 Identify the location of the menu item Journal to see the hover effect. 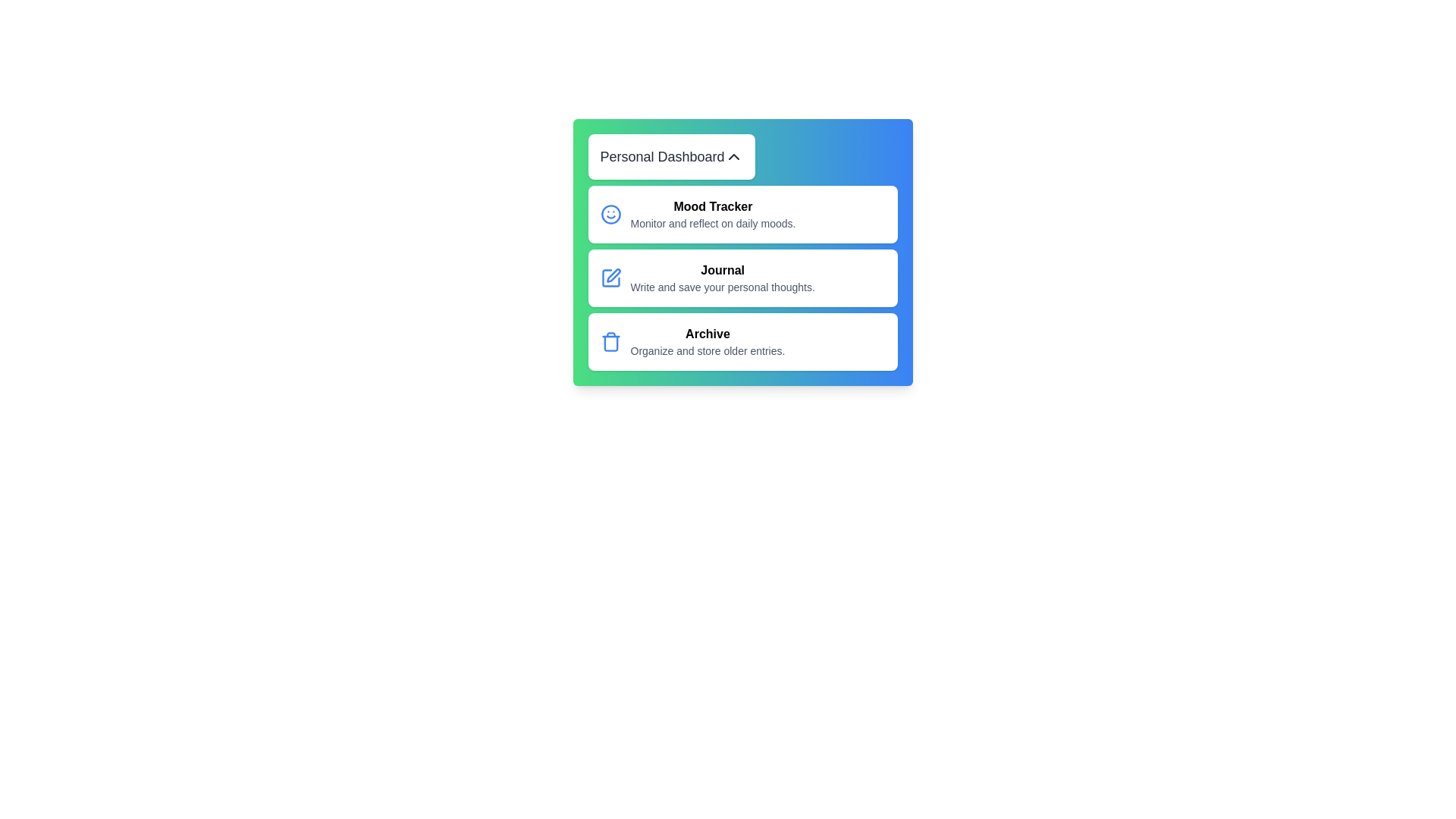
(742, 278).